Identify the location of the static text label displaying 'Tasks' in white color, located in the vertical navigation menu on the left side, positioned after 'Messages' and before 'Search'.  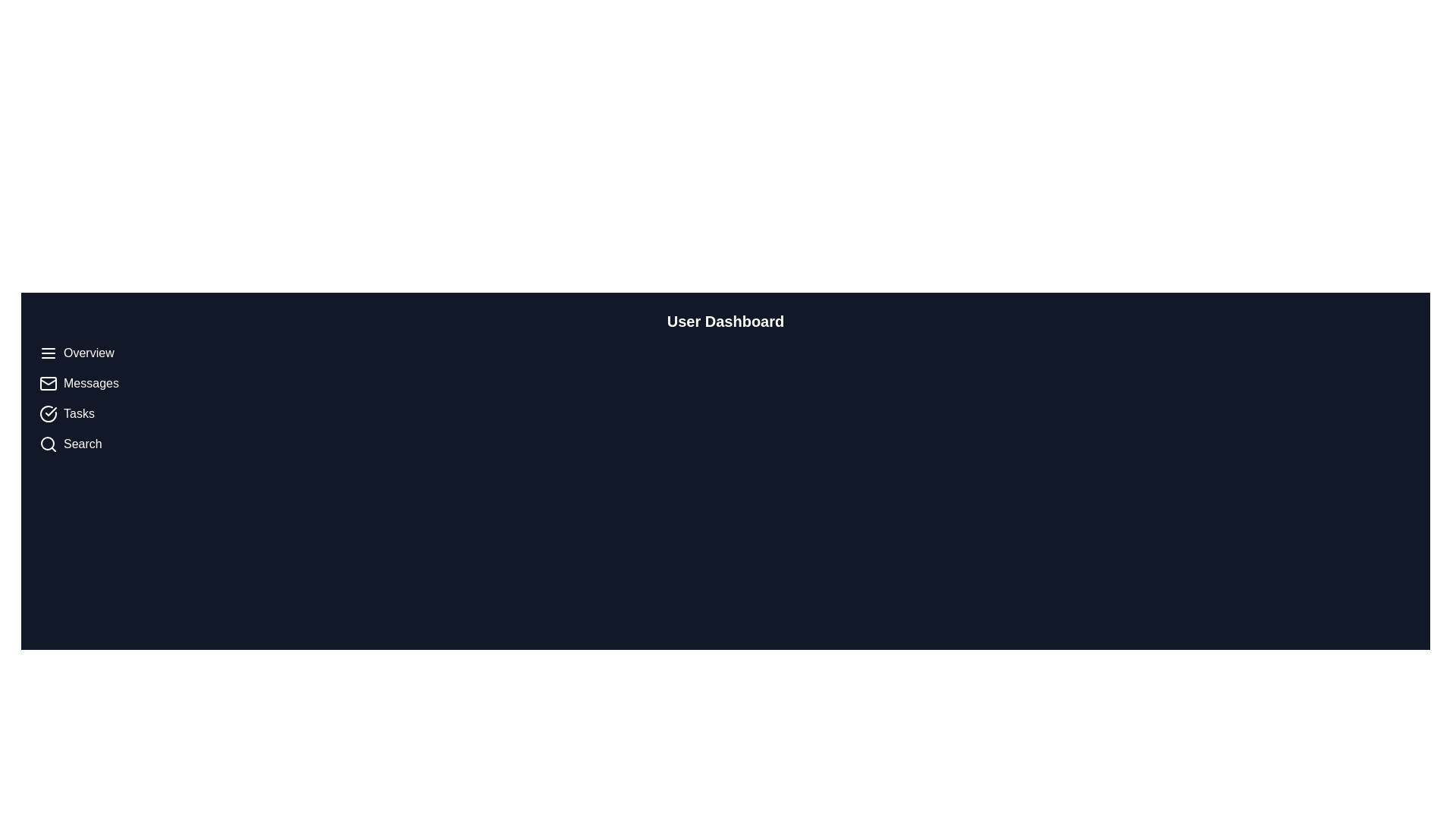
(78, 414).